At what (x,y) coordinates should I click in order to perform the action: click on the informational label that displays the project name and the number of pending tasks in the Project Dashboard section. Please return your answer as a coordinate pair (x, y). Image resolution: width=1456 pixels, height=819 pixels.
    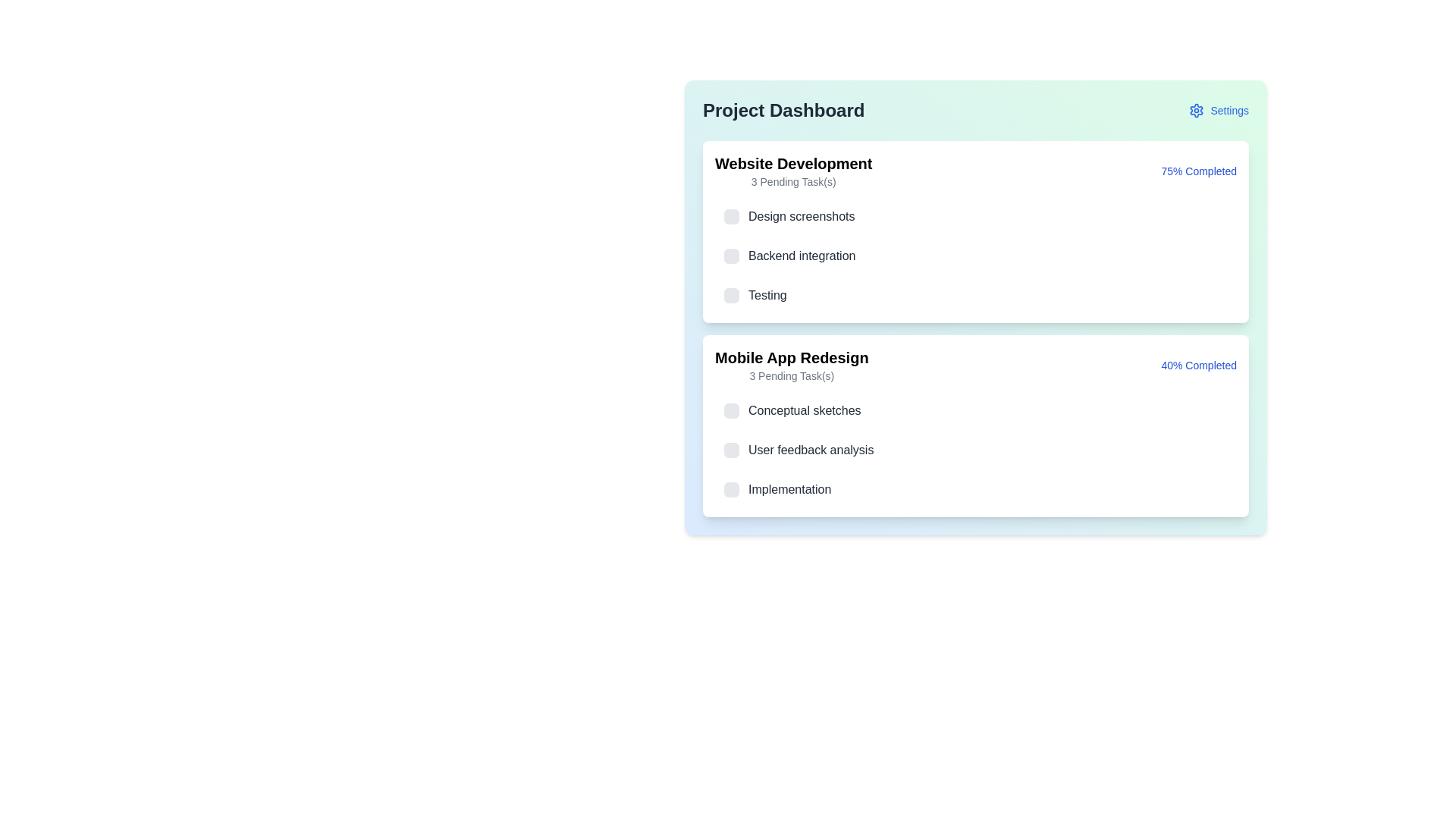
    Looking at the image, I should click on (792, 171).